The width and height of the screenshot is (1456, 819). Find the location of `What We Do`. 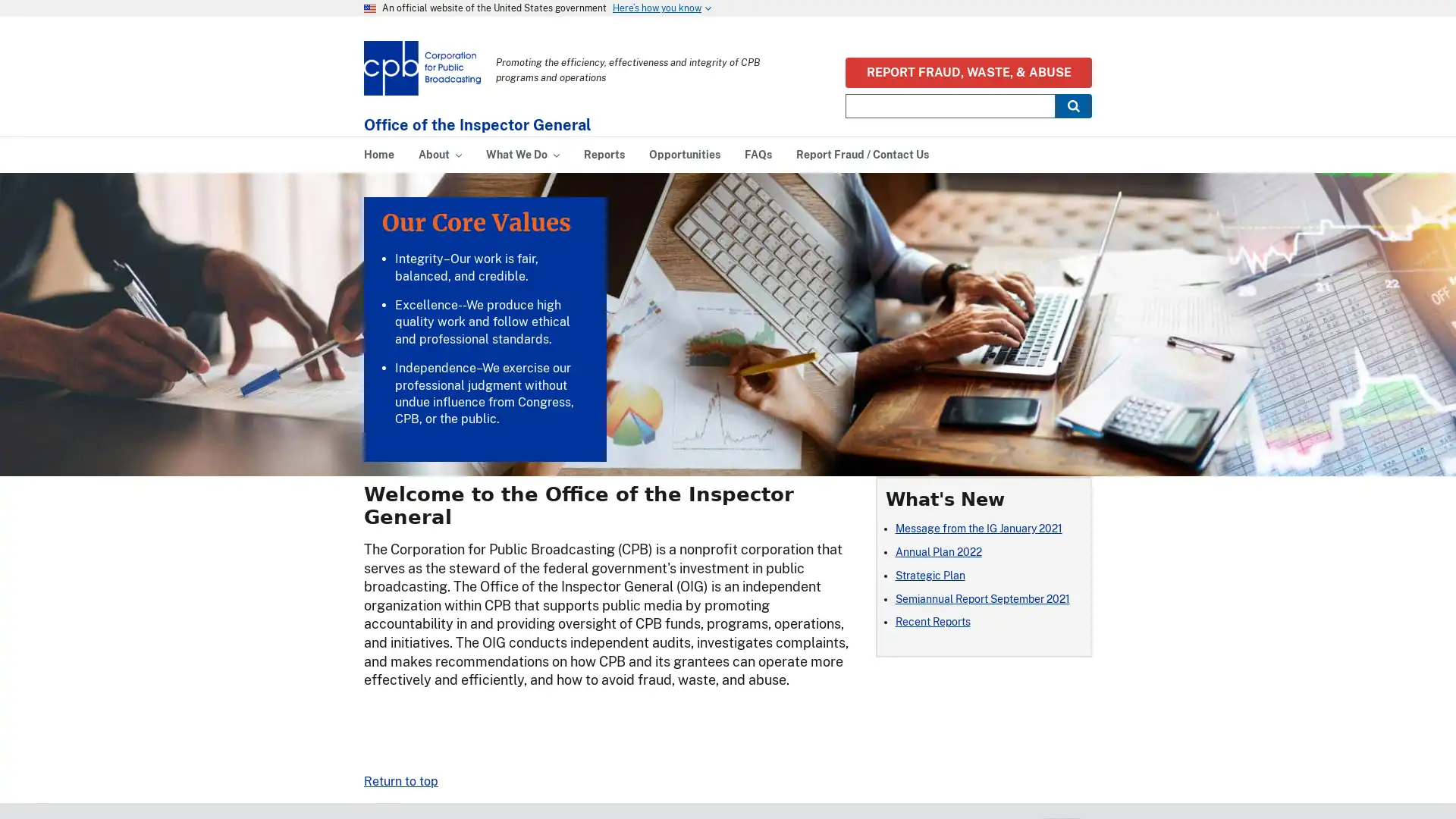

What We Do is located at coordinates (522, 155).